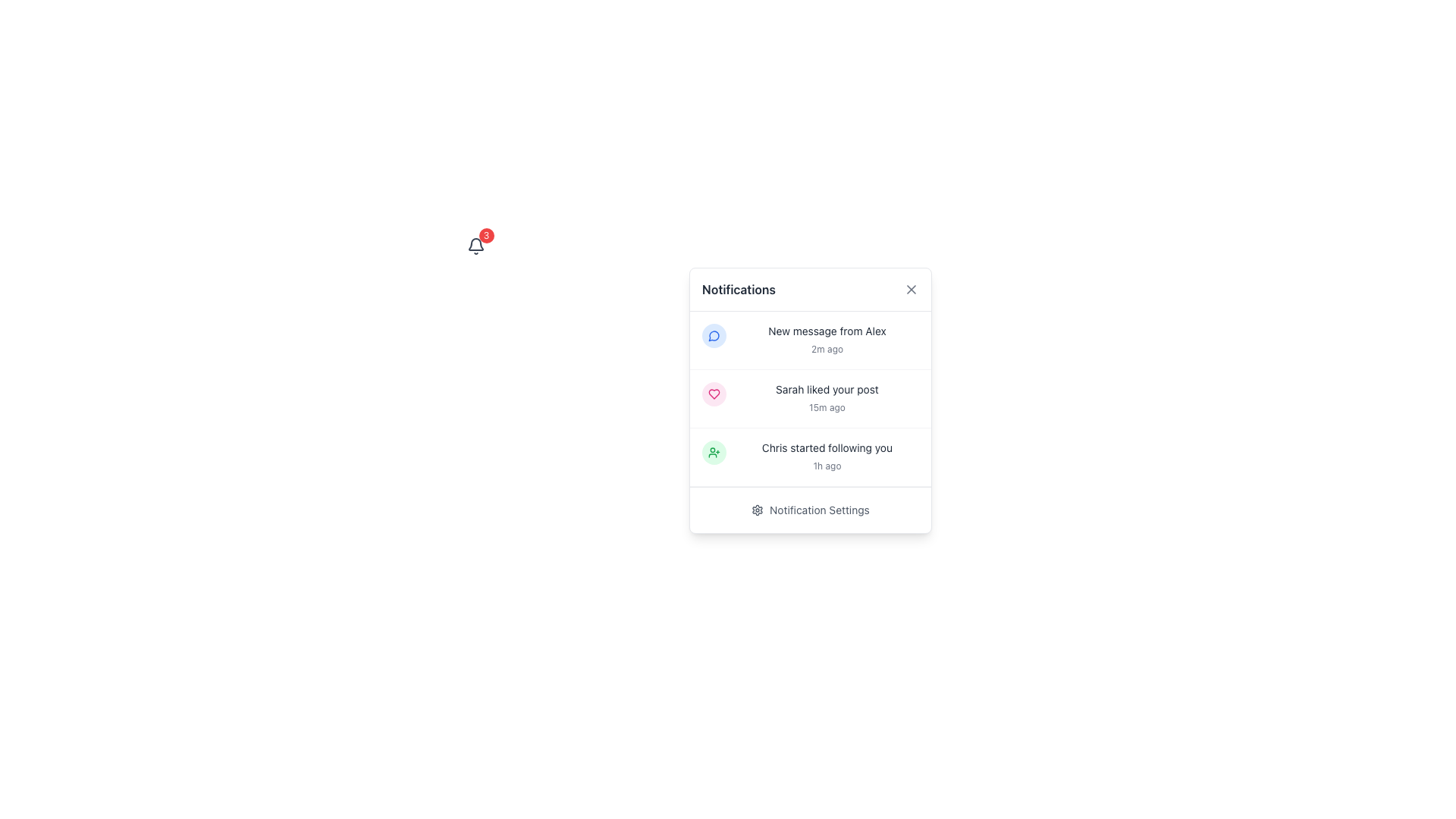 This screenshot has width=1456, height=819. I want to click on static text element that displays the message 'Sarah liked your post,' which is styled in a smaller gray font within the middle notification item of the notification box, so click(826, 388).